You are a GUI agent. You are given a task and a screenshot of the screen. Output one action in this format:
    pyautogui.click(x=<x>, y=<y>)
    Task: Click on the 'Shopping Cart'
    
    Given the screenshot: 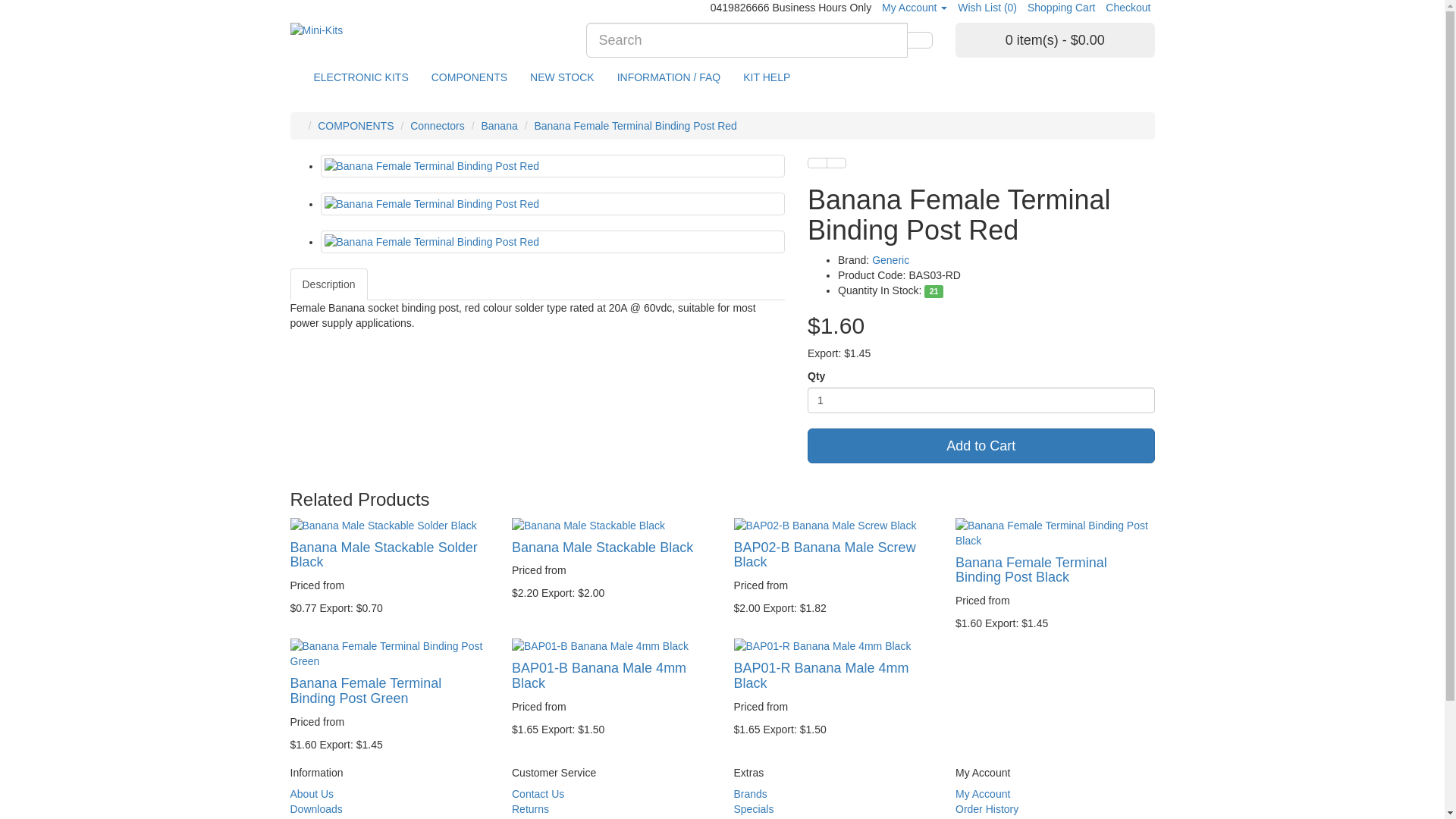 What is the action you would take?
    pyautogui.click(x=1061, y=8)
    